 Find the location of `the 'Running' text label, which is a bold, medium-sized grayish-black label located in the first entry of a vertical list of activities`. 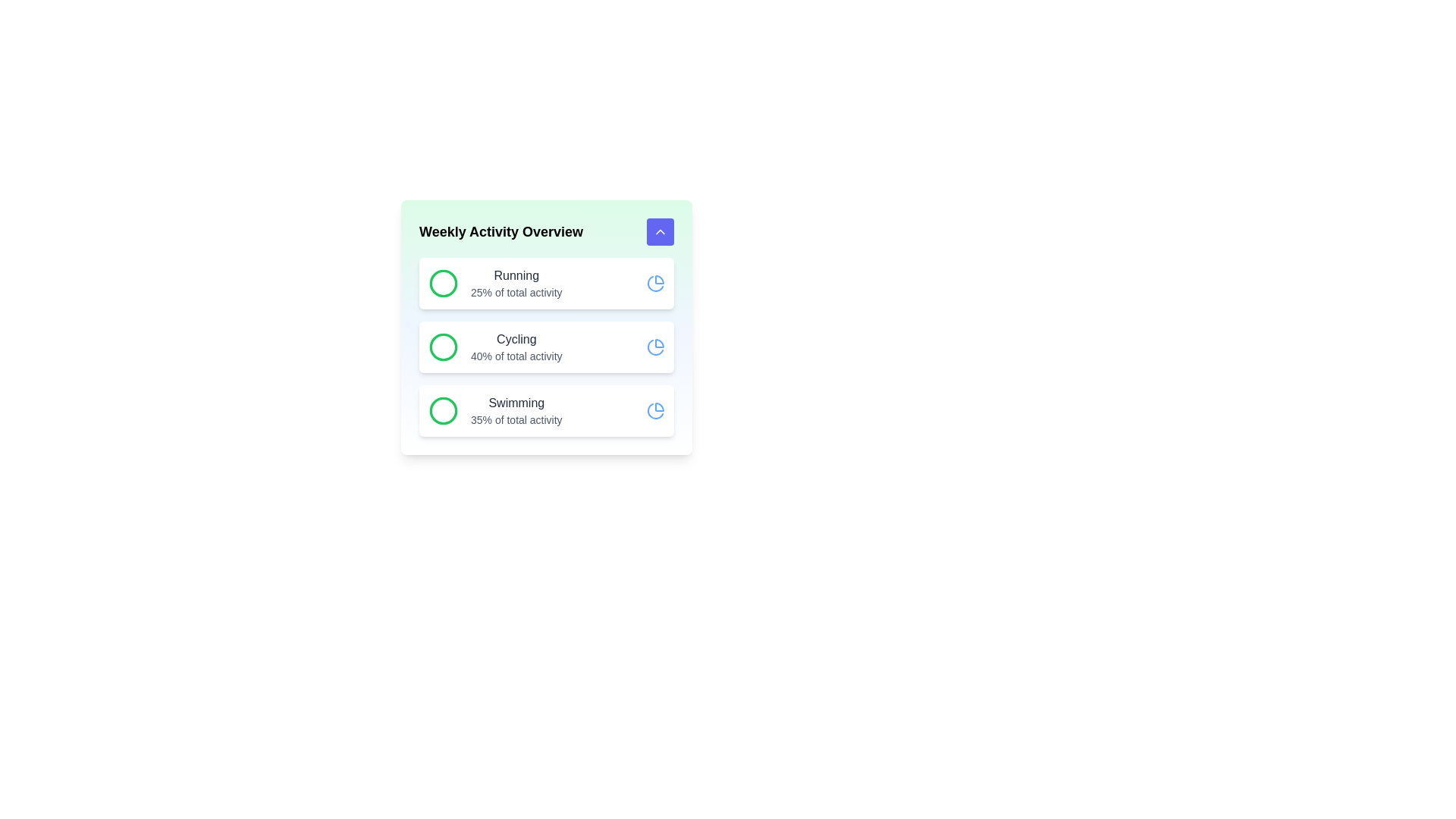

the 'Running' text label, which is a bold, medium-sized grayish-black label located in the first entry of a vertical list of activities is located at coordinates (516, 275).